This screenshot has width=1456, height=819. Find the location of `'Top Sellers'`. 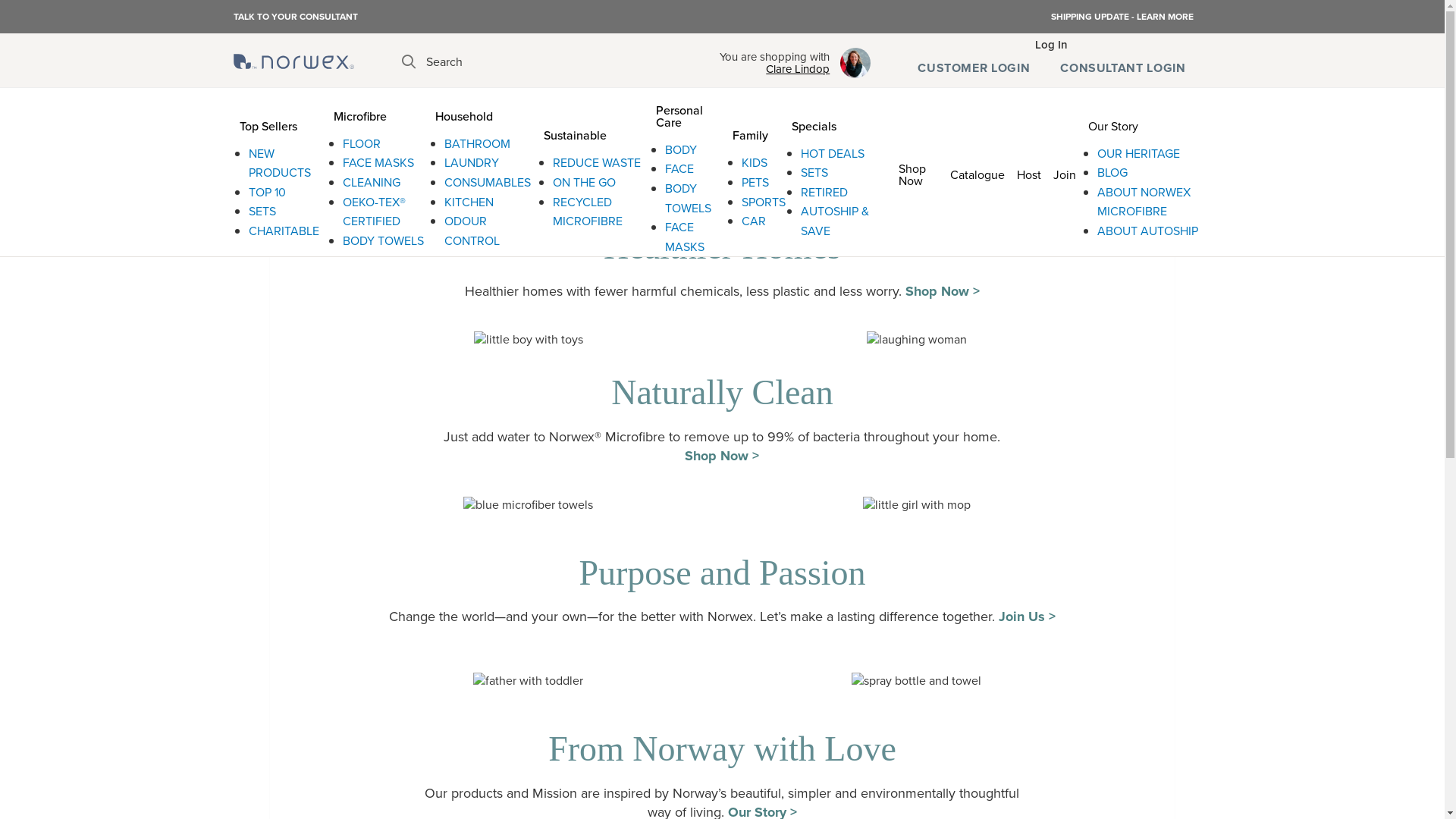

'Top Sellers' is located at coordinates (281, 123).